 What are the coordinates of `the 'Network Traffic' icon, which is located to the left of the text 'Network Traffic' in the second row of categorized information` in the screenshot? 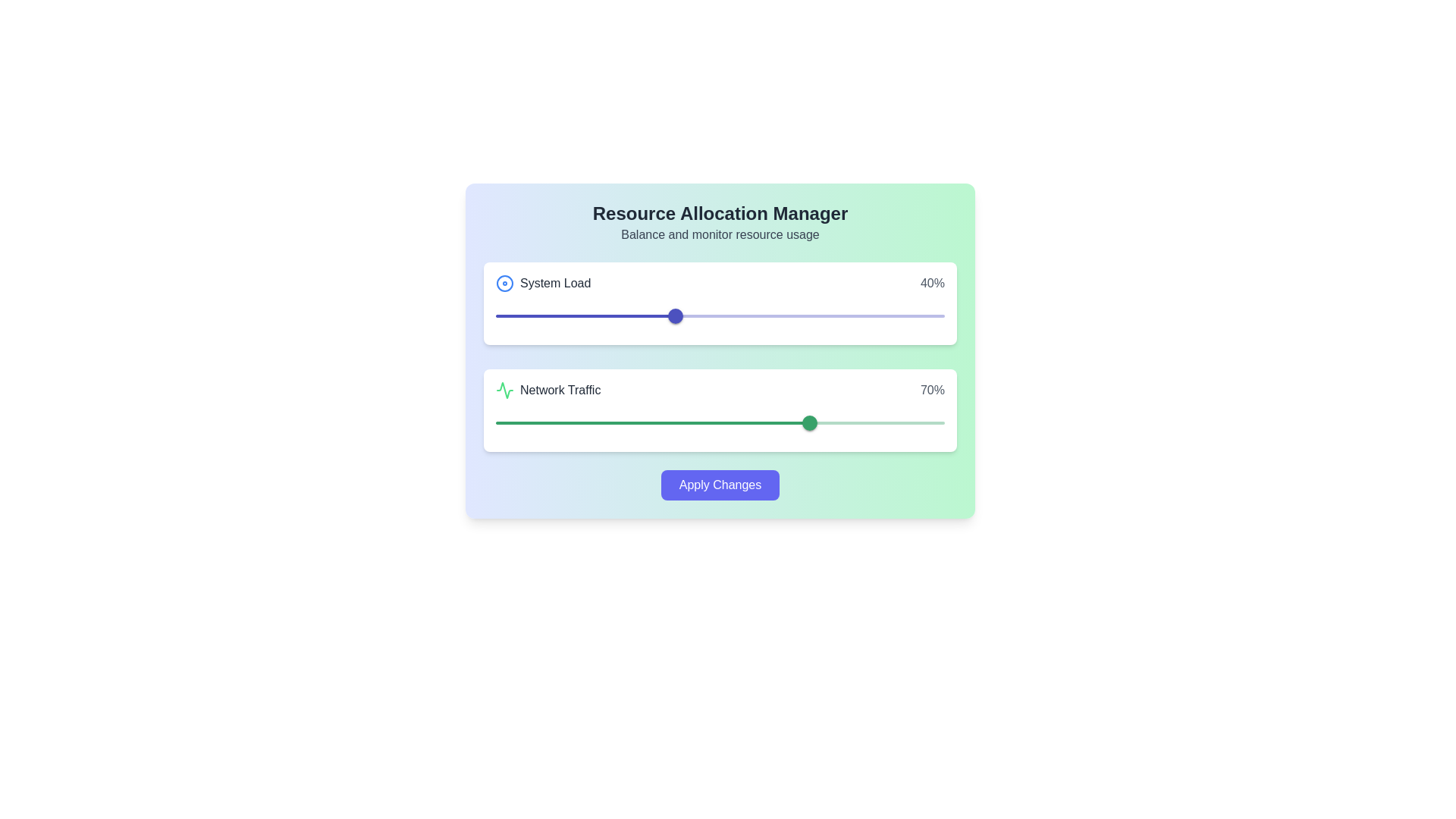 It's located at (505, 390).